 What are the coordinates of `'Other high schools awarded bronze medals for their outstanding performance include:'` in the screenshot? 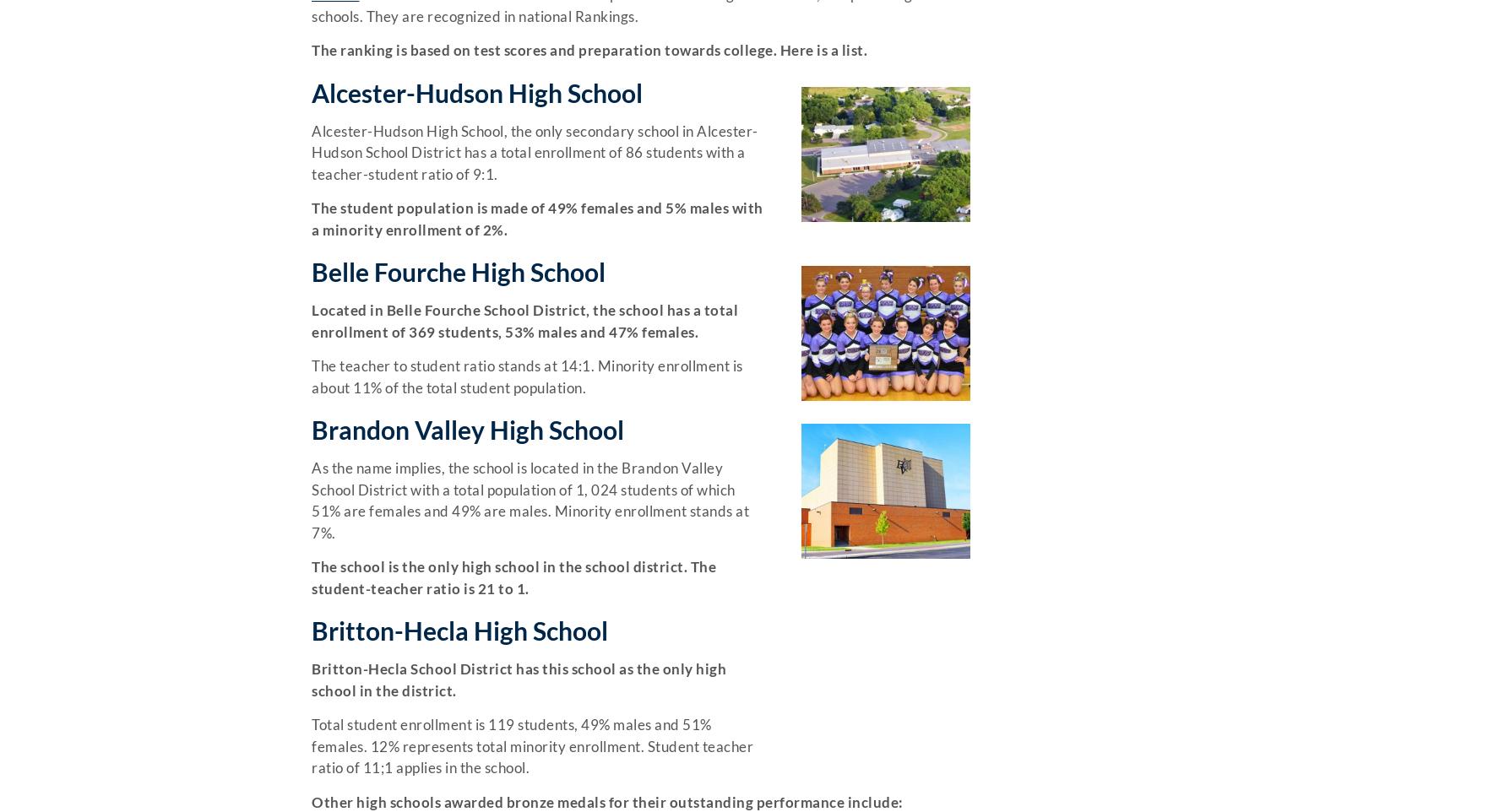 It's located at (606, 801).